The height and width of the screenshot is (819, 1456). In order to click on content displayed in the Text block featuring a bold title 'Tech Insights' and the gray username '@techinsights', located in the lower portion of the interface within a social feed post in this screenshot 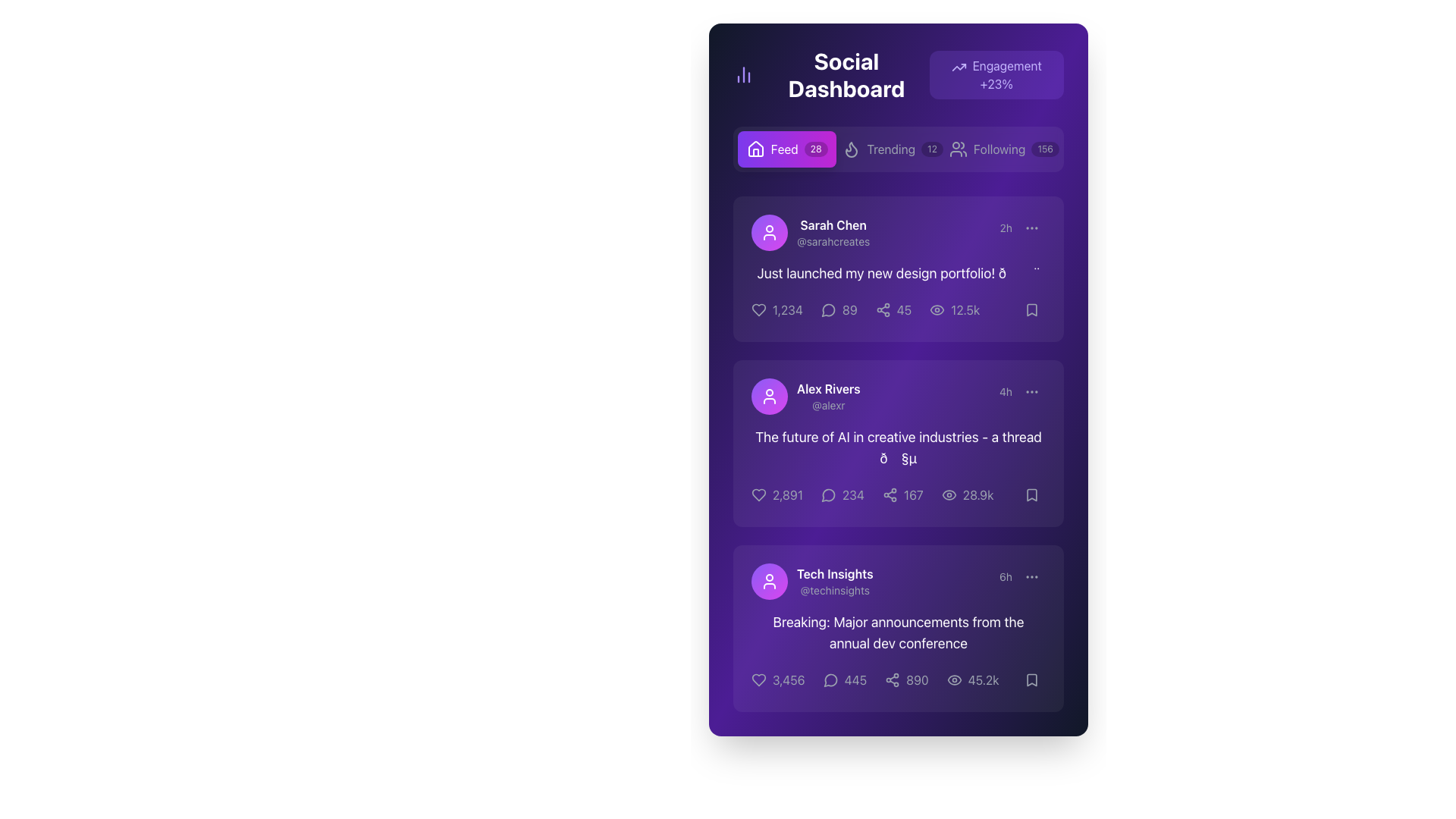, I will do `click(834, 581)`.